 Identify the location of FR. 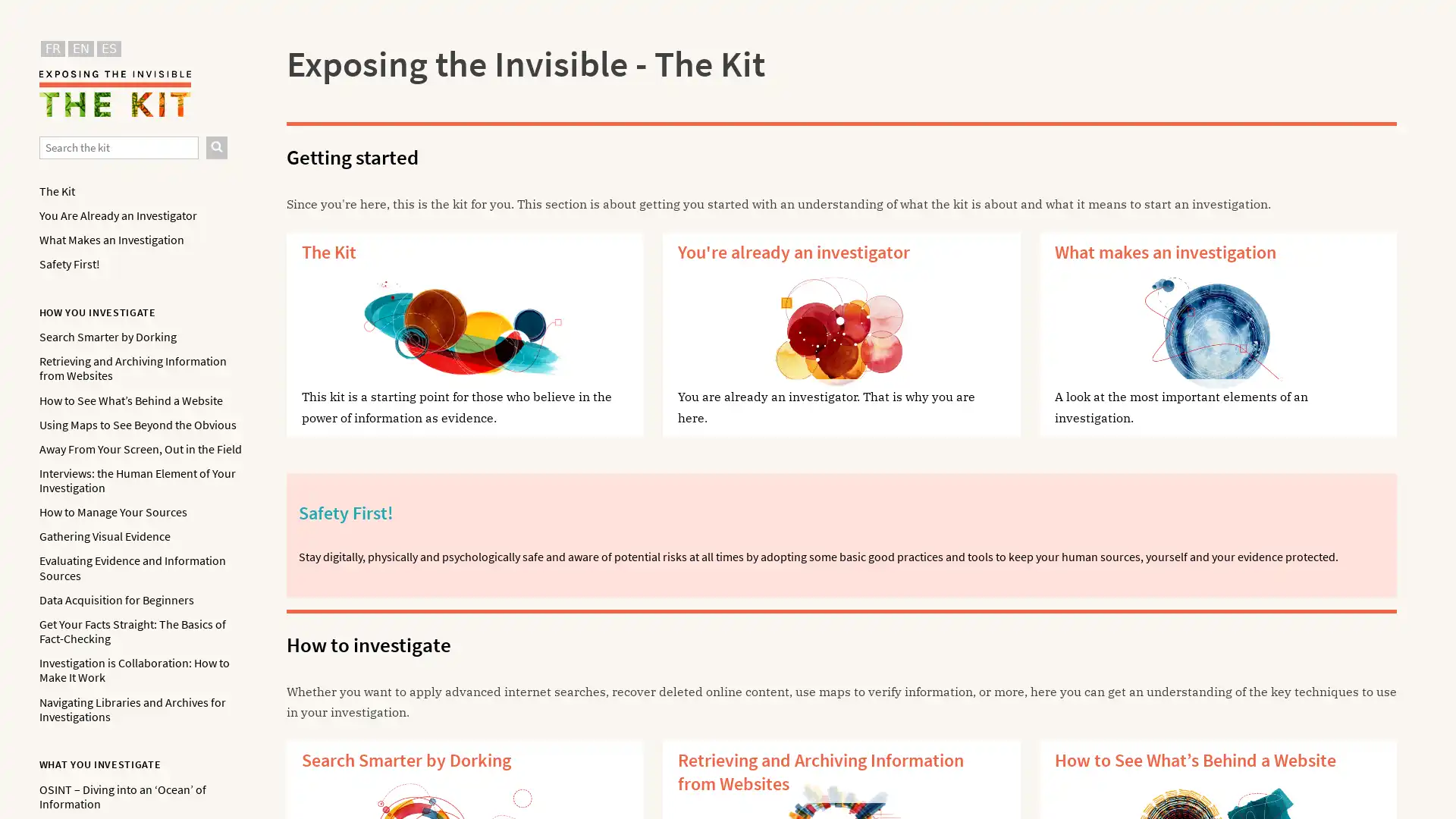
(52, 47).